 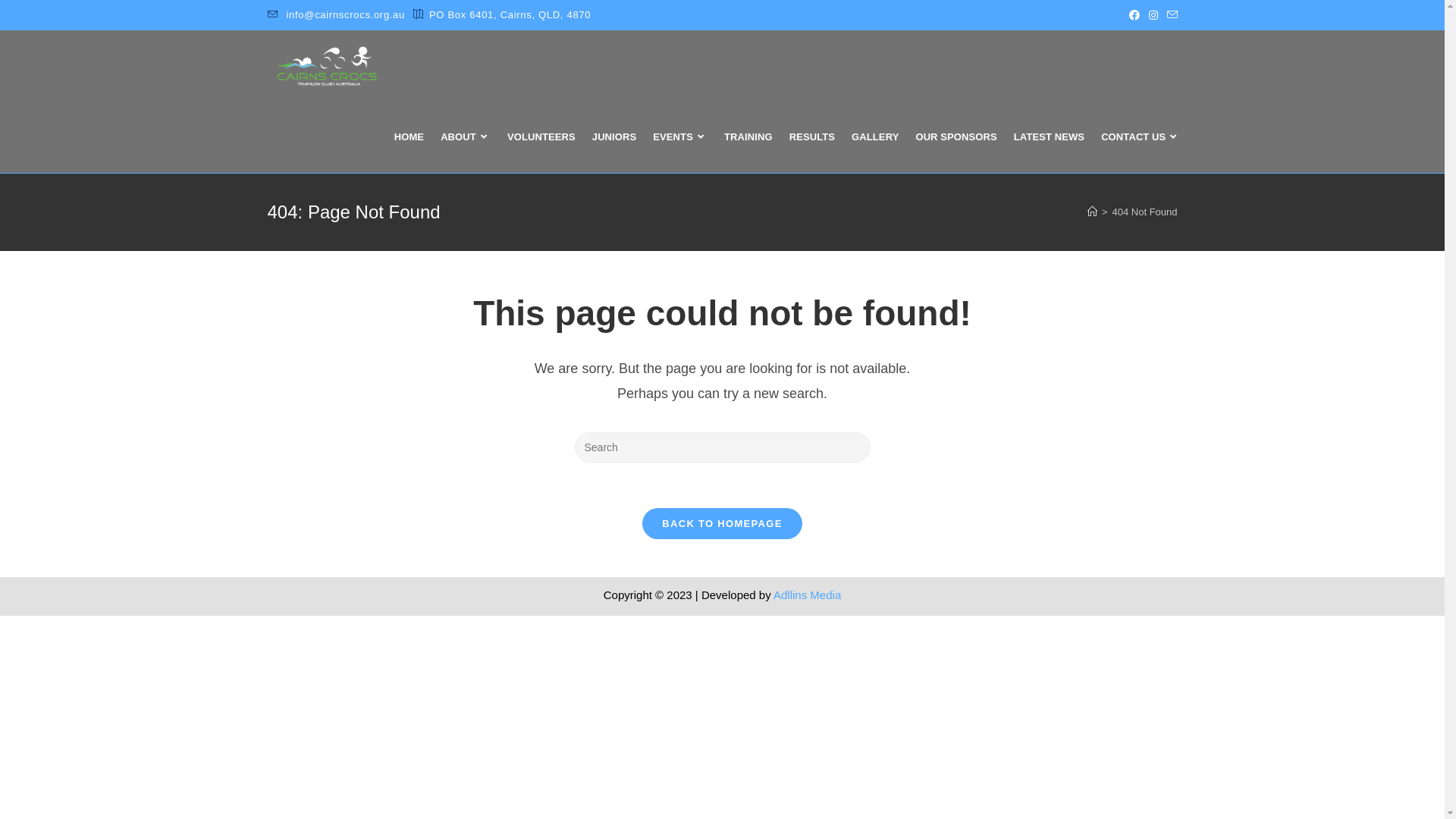 I want to click on 'RESULTS', so click(x=811, y=137).